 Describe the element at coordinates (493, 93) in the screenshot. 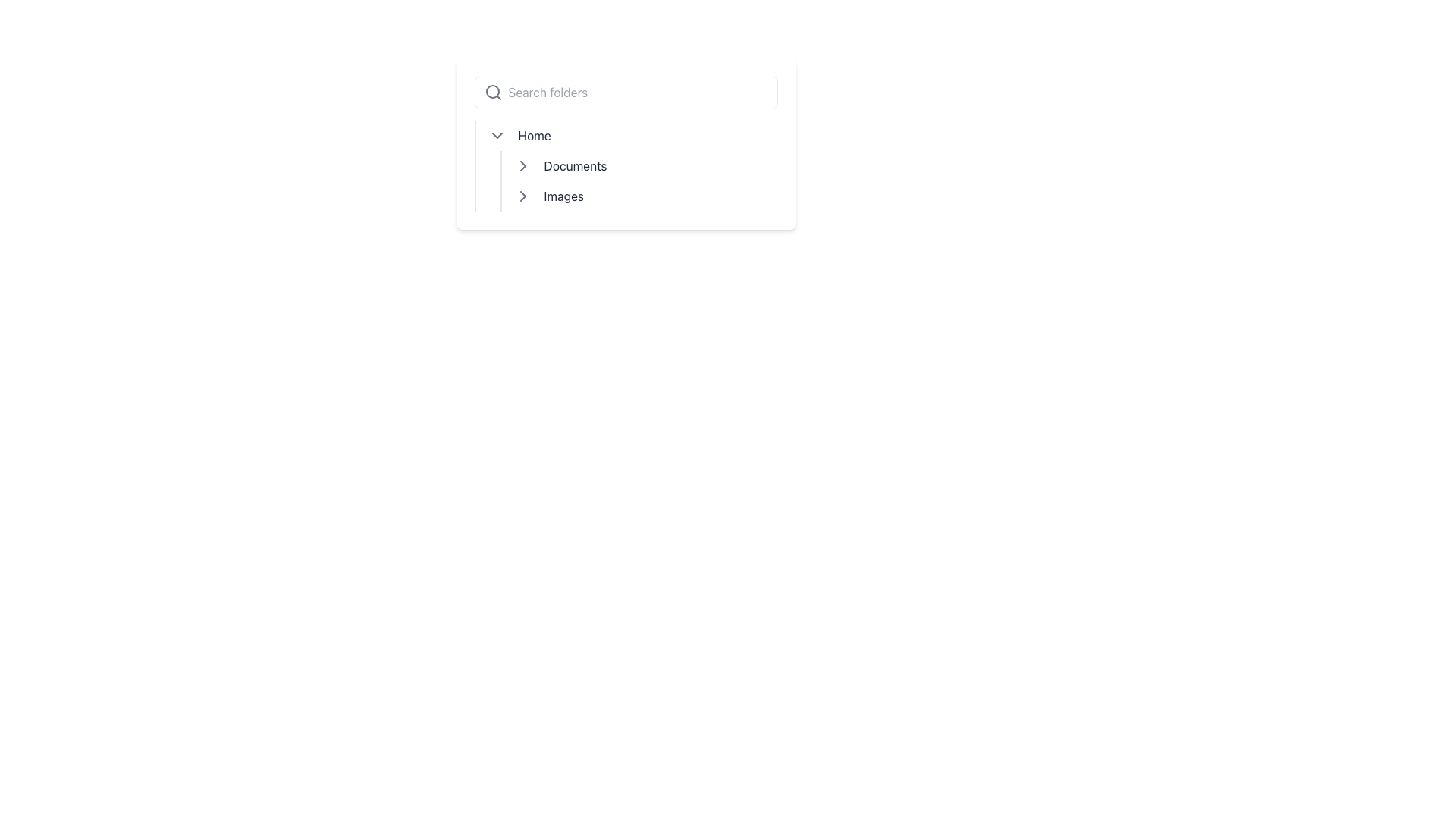

I see `the magnifying glass icon located at the left side of the search bar` at that location.